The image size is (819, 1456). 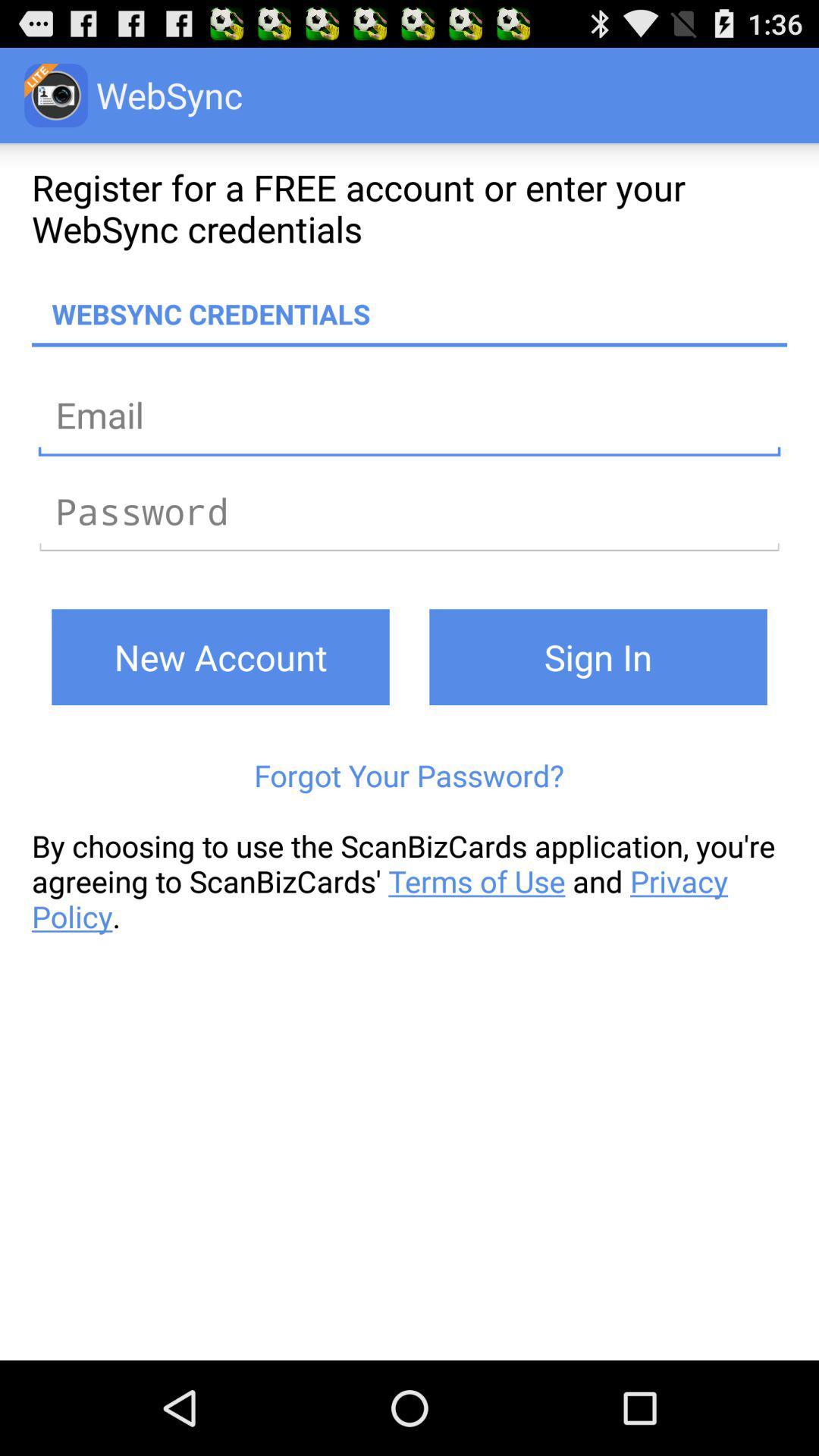 What do you see at coordinates (409, 510) in the screenshot?
I see `typing box` at bounding box center [409, 510].